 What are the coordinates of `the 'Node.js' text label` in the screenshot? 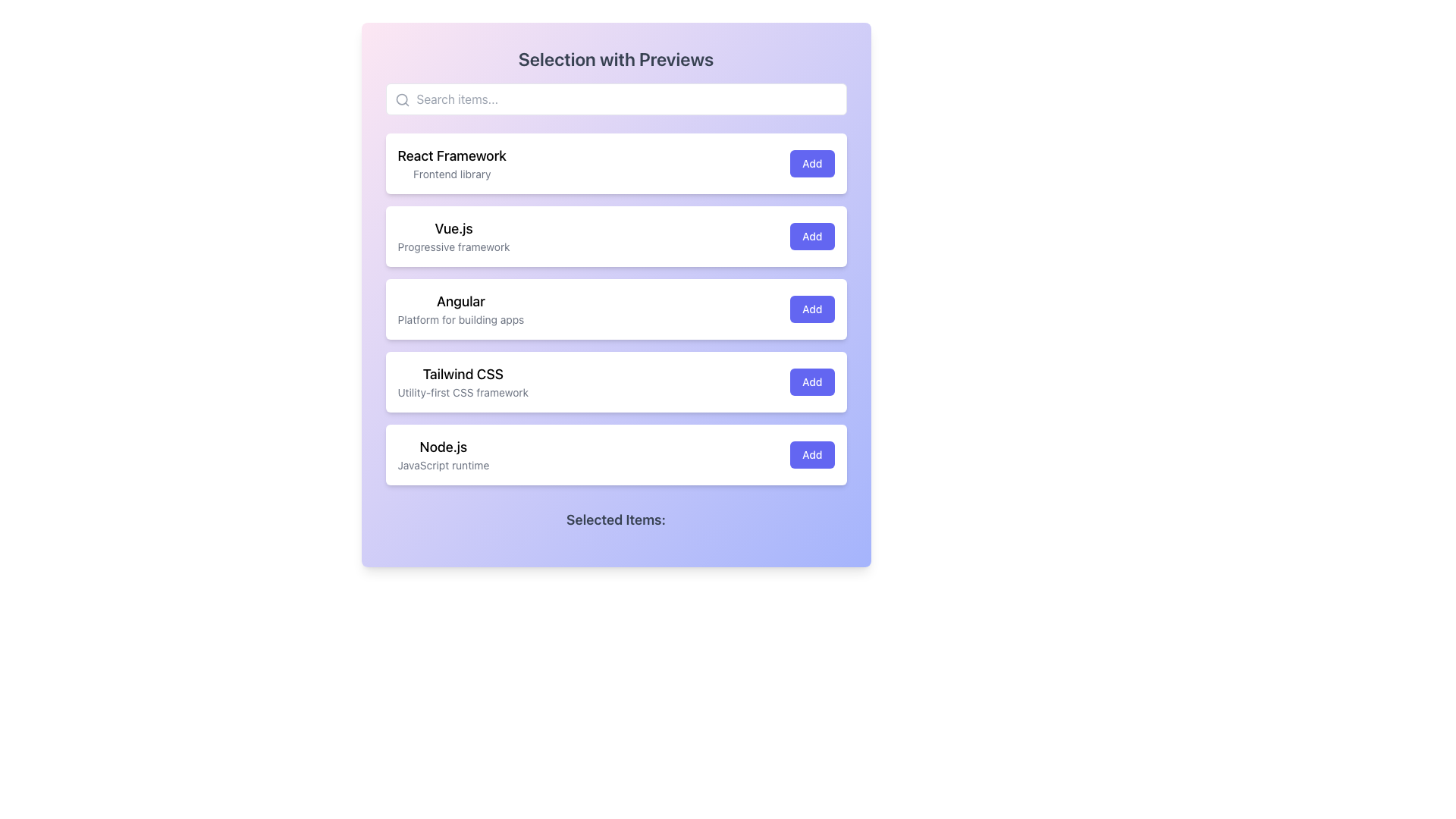 It's located at (442, 447).